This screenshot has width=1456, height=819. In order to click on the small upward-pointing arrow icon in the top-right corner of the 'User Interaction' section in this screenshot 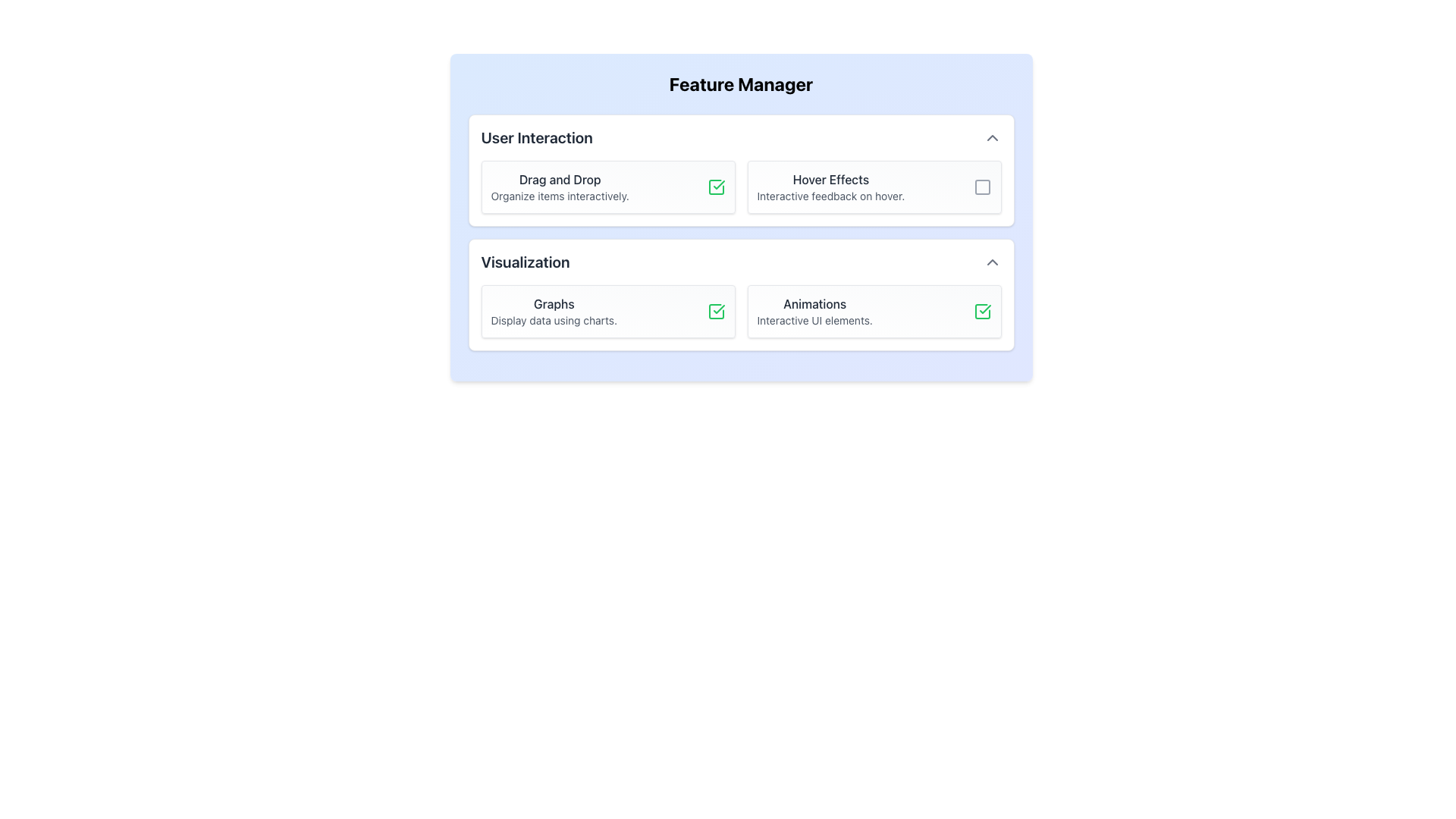, I will do `click(992, 137)`.